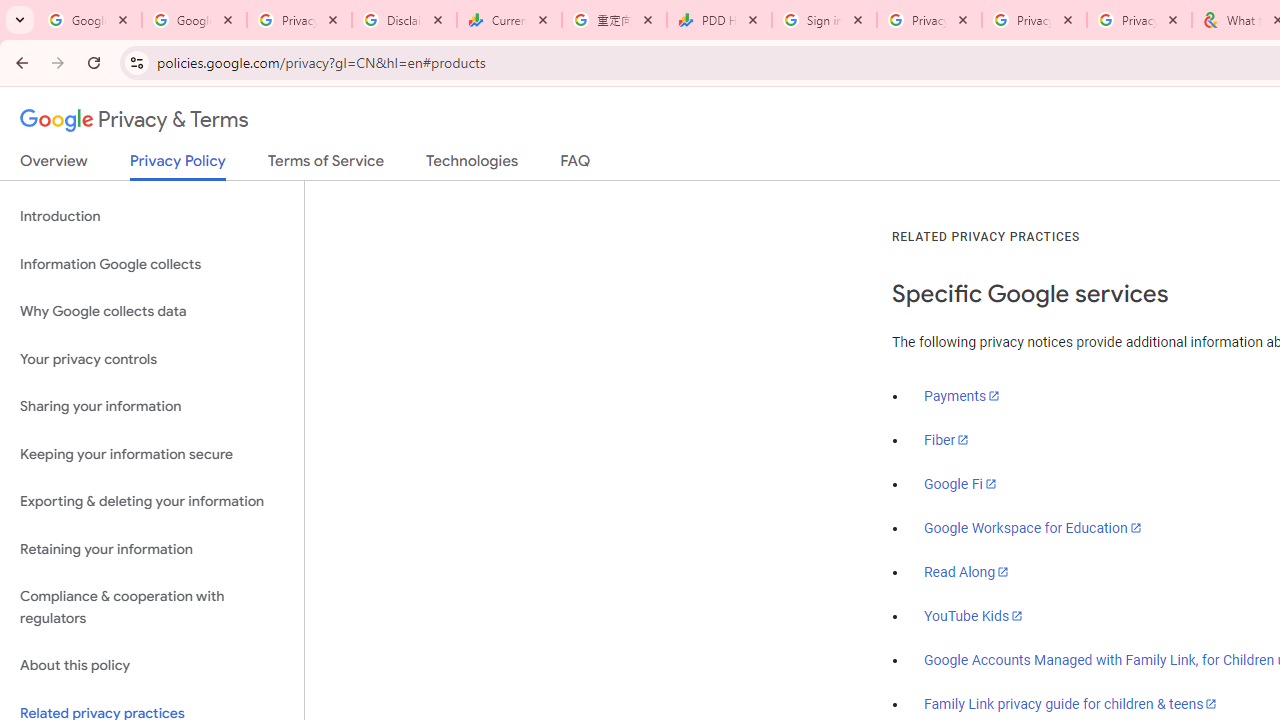 This screenshot has width=1280, height=720. What do you see at coordinates (509, 20) in the screenshot?
I see `'Currencies - Google Finance'` at bounding box center [509, 20].